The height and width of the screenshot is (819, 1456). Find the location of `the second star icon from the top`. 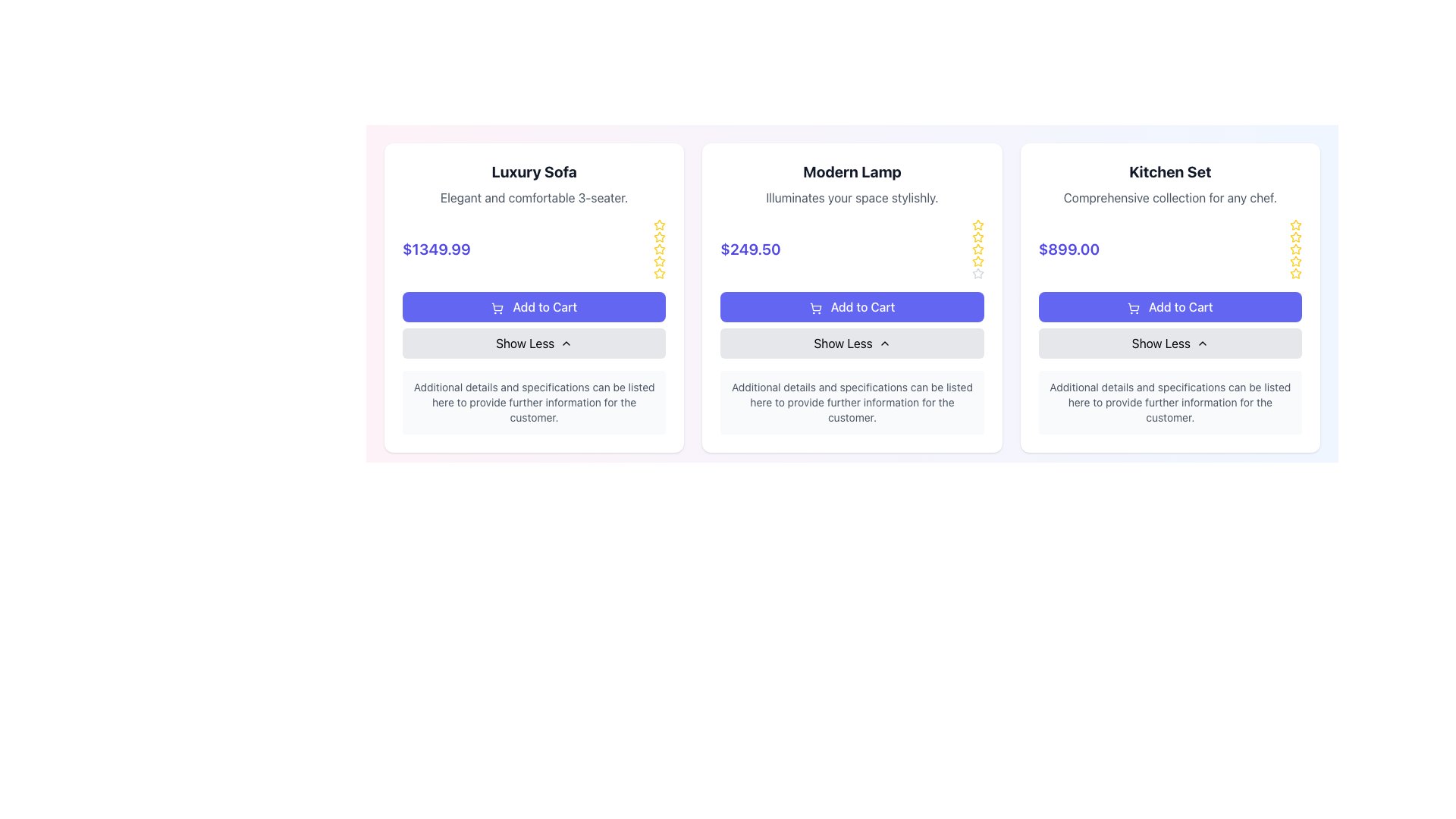

the second star icon from the top is located at coordinates (659, 259).